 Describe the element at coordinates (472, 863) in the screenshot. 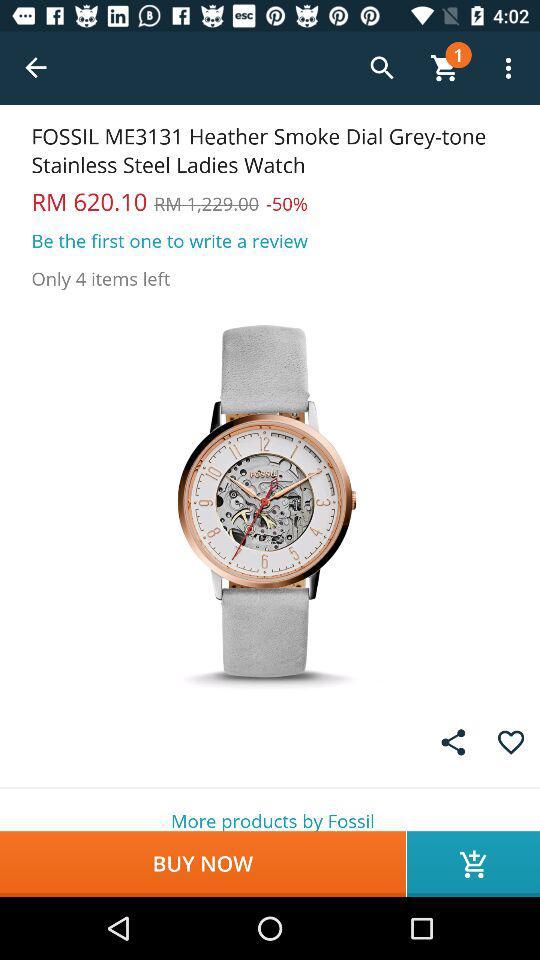

I see `icon next to the buy now icon` at that location.